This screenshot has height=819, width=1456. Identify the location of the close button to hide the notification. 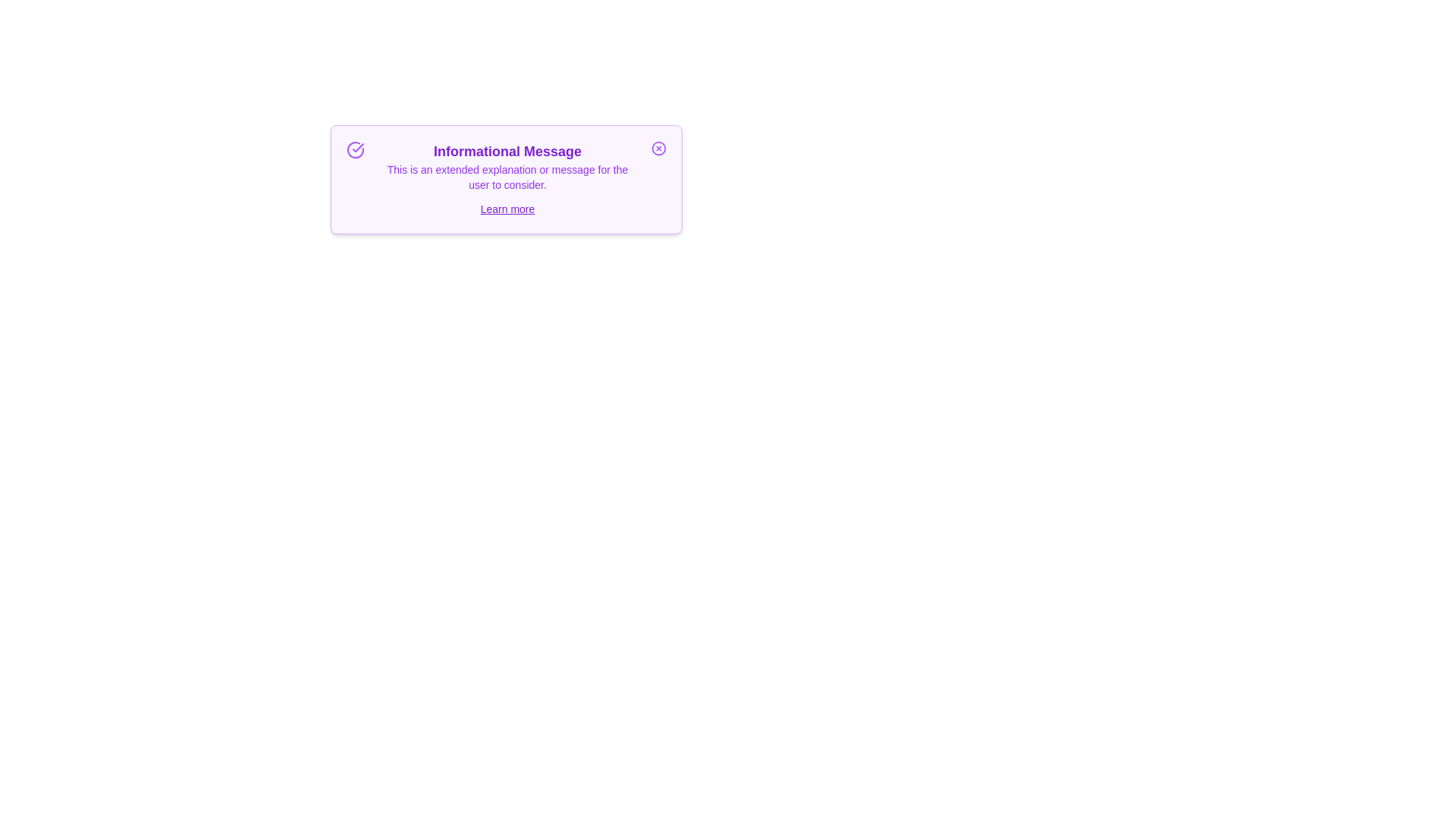
(658, 149).